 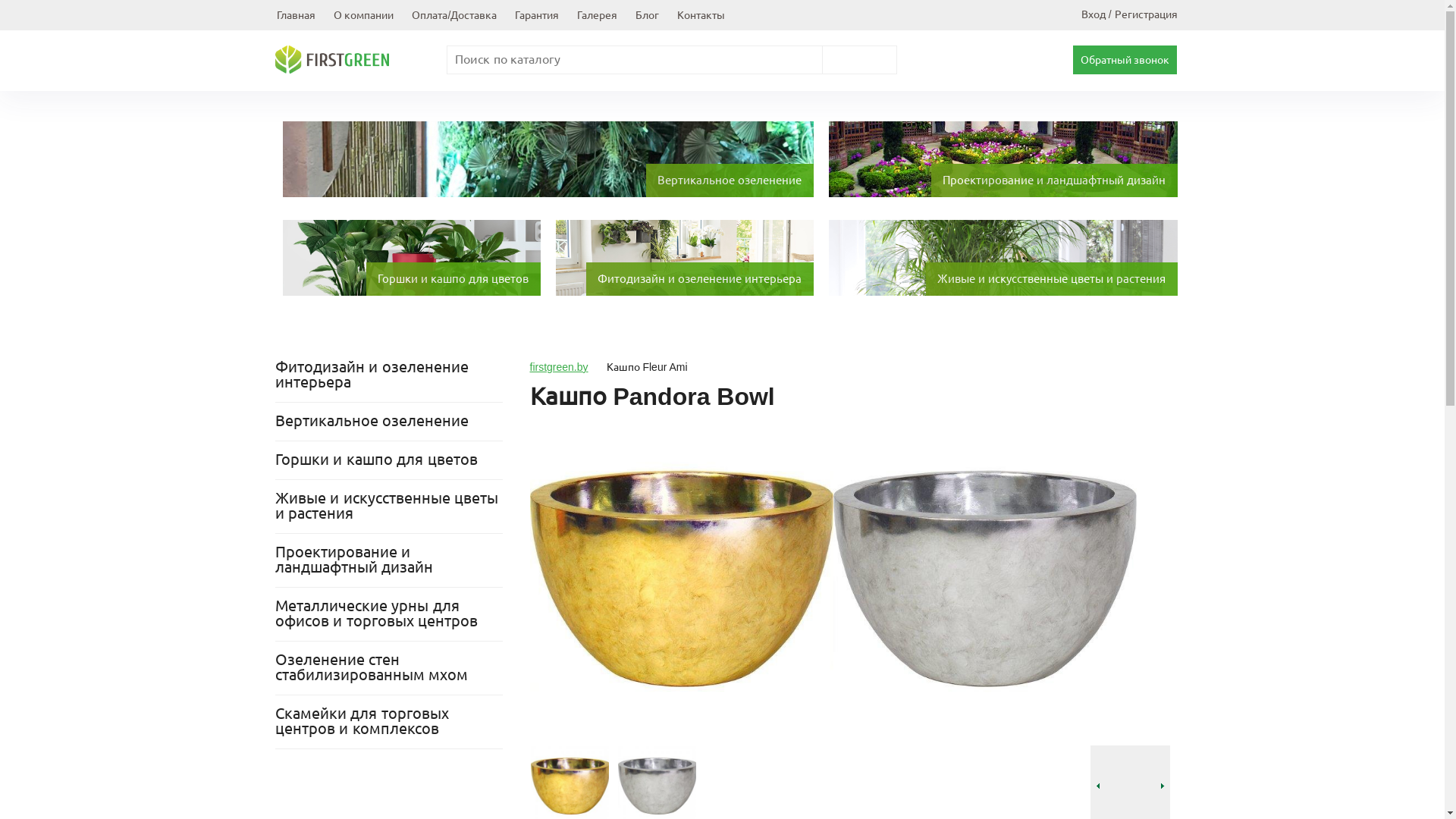 I want to click on 'firstgreen.by', so click(x=557, y=366).